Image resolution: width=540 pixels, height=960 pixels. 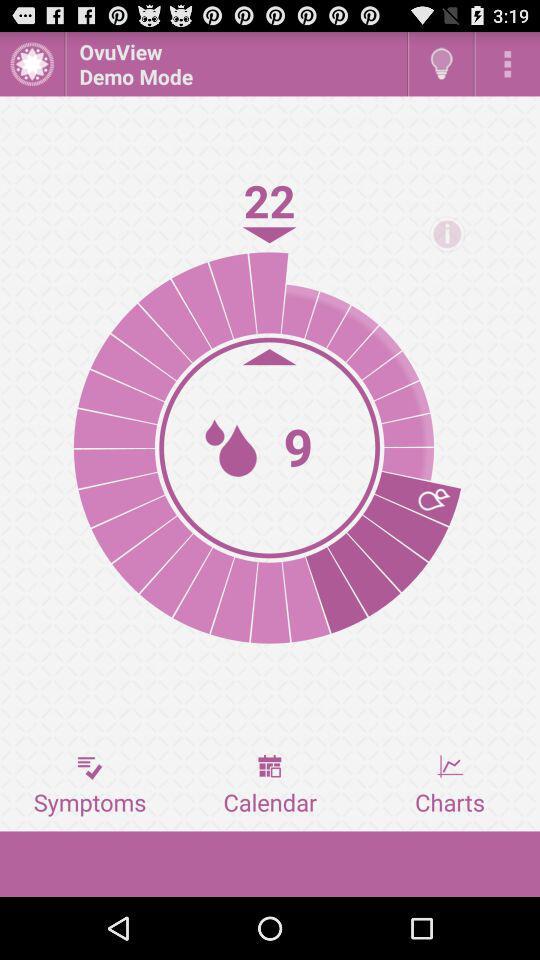 What do you see at coordinates (270, 863) in the screenshot?
I see `the button below the symptoms button` at bounding box center [270, 863].